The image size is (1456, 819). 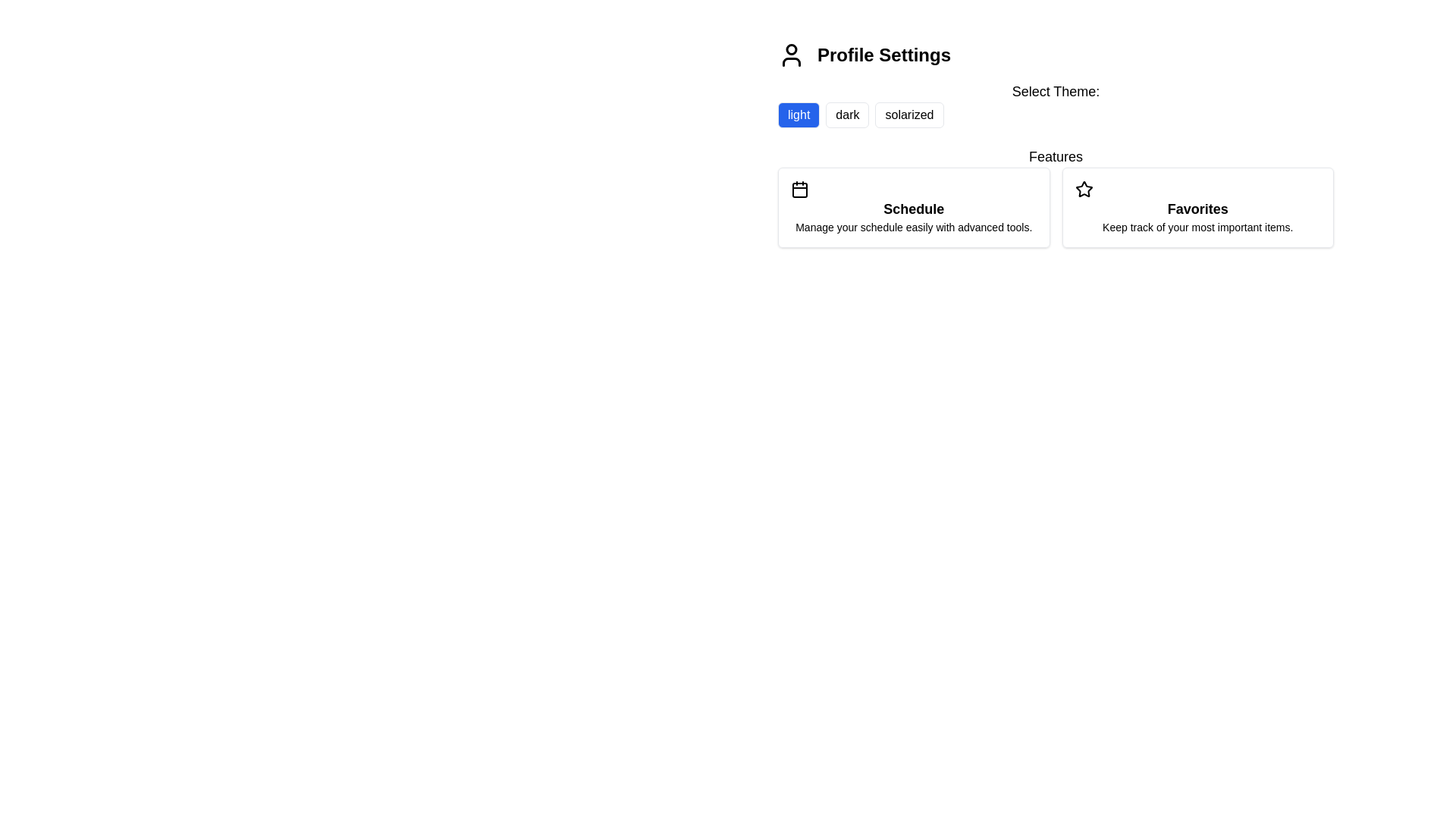 What do you see at coordinates (912, 207) in the screenshot?
I see `the 'Schedule' informational card located in the left column of the card grid layout` at bounding box center [912, 207].